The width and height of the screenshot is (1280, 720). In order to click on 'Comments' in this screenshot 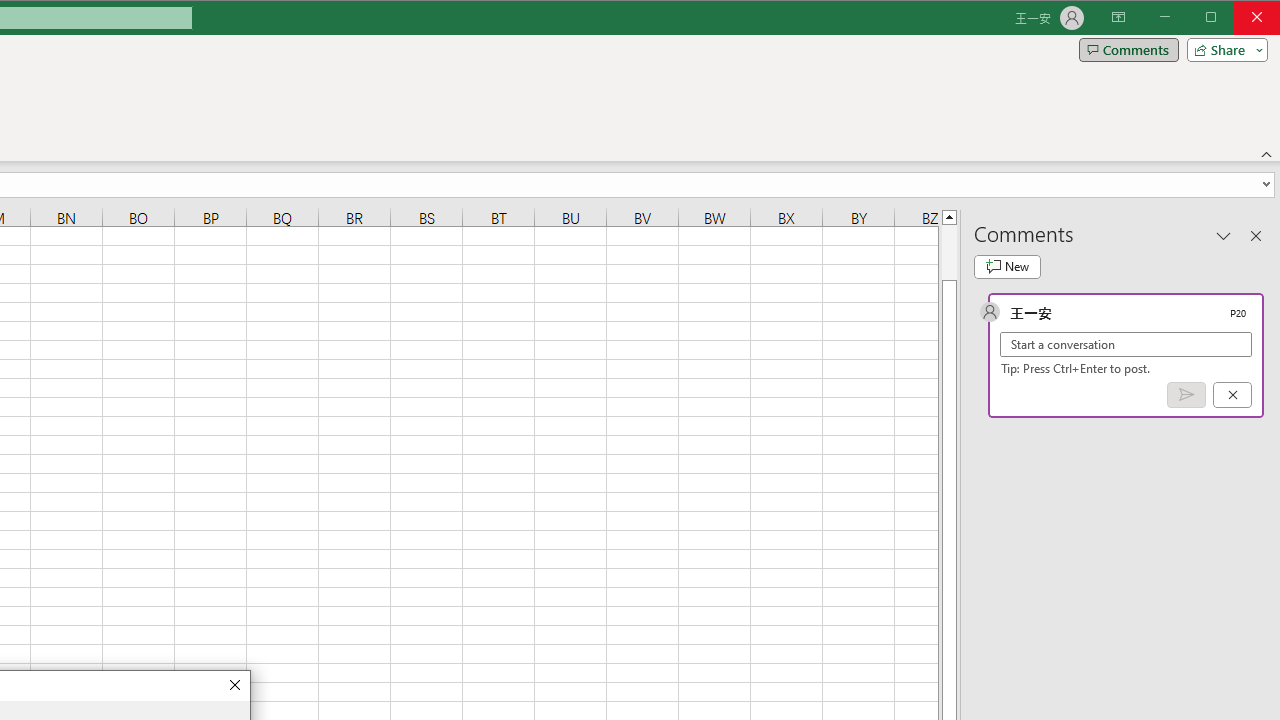, I will do `click(1128, 49)`.